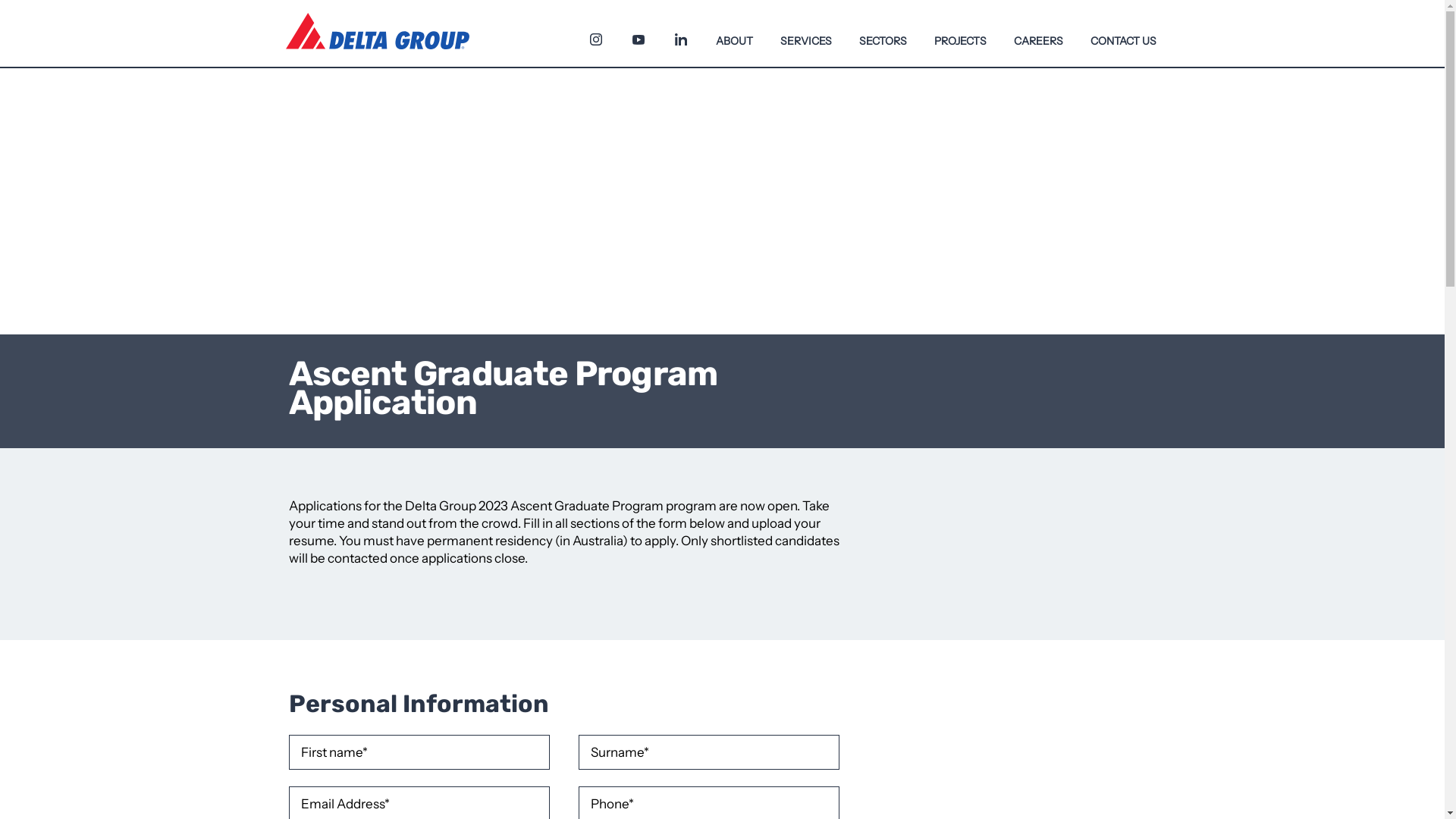 Image resolution: width=1456 pixels, height=819 pixels. What do you see at coordinates (1123, 33) in the screenshot?
I see `'CONTACT US'` at bounding box center [1123, 33].